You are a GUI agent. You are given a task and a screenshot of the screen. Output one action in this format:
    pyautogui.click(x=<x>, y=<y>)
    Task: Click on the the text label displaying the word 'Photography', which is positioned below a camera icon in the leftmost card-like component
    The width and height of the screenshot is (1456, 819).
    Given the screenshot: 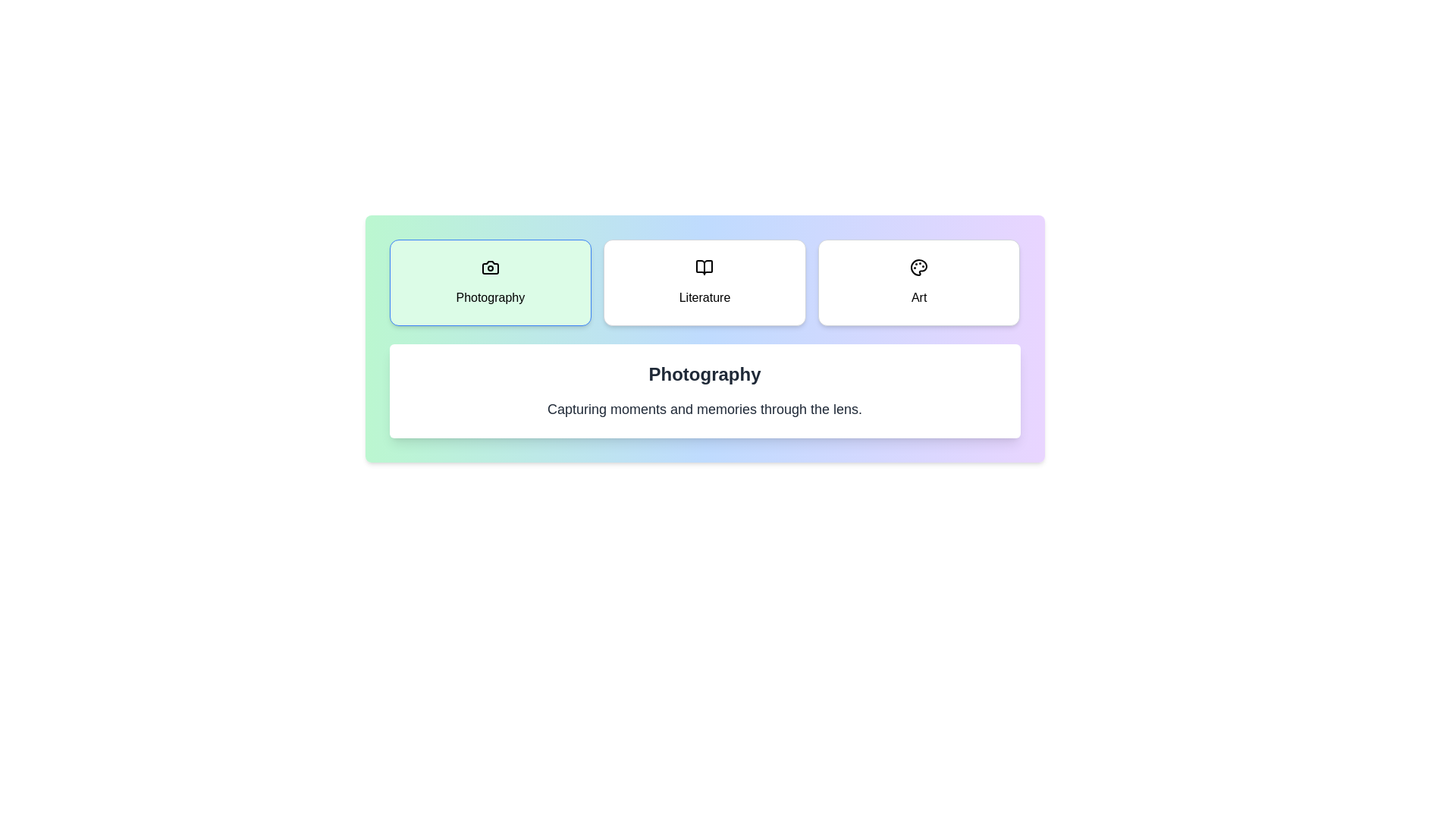 What is the action you would take?
    pyautogui.click(x=490, y=298)
    